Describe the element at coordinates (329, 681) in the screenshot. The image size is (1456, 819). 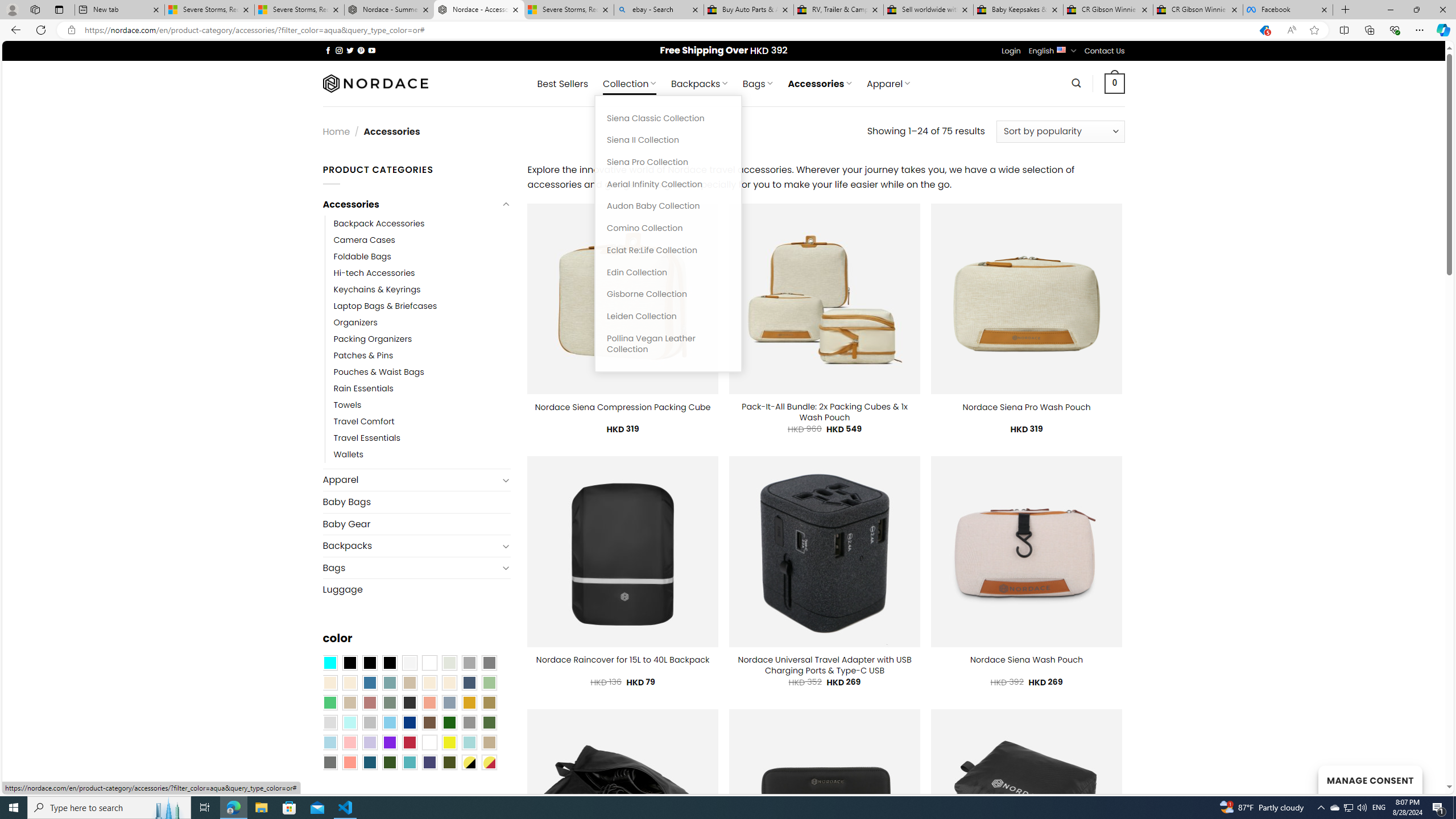
I see `'Beige'` at that location.